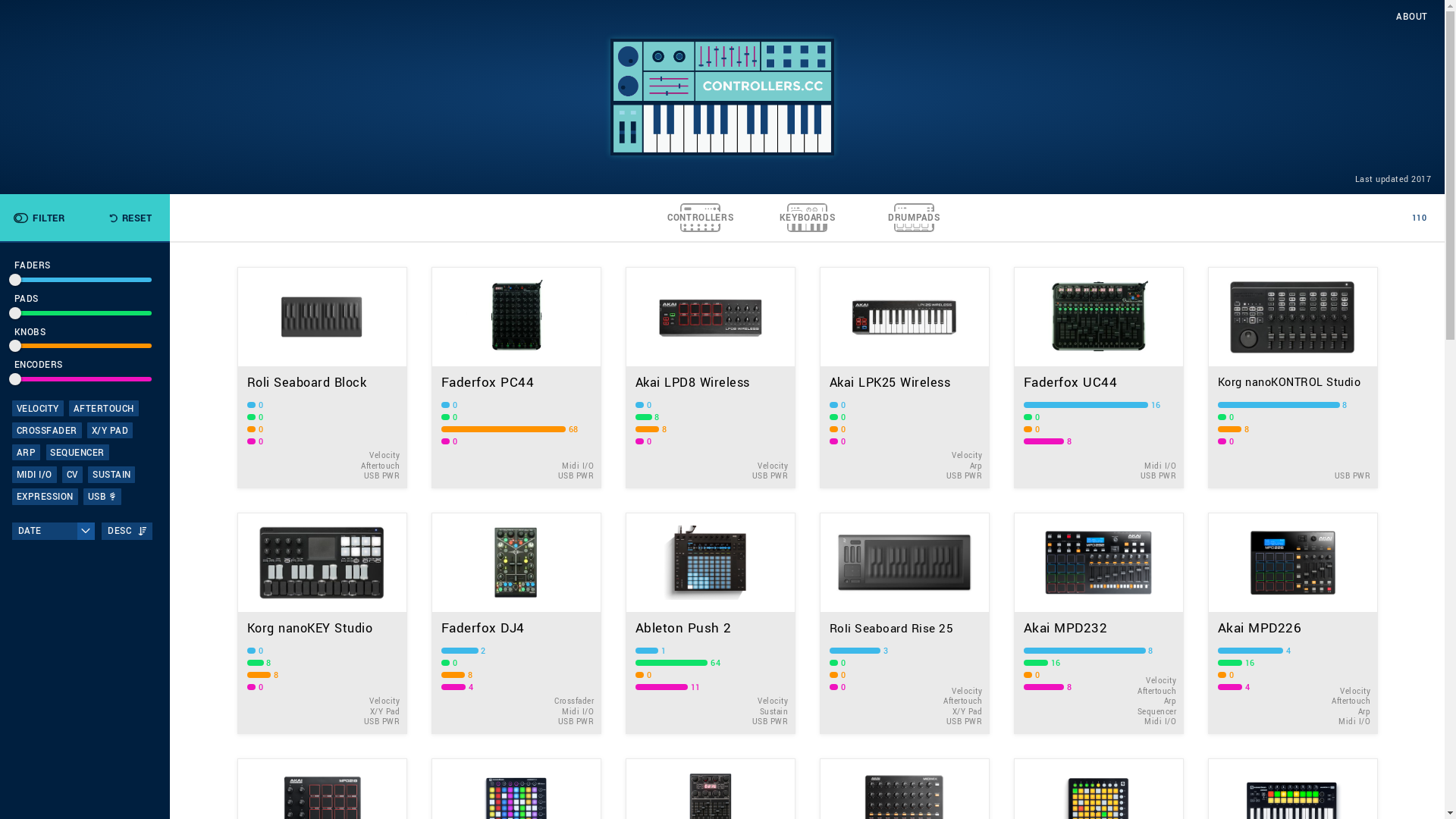 The height and width of the screenshot is (819, 1456). Describe the element at coordinates (709, 376) in the screenshot. I see `'Akai LPD8 Wireless` at that location.